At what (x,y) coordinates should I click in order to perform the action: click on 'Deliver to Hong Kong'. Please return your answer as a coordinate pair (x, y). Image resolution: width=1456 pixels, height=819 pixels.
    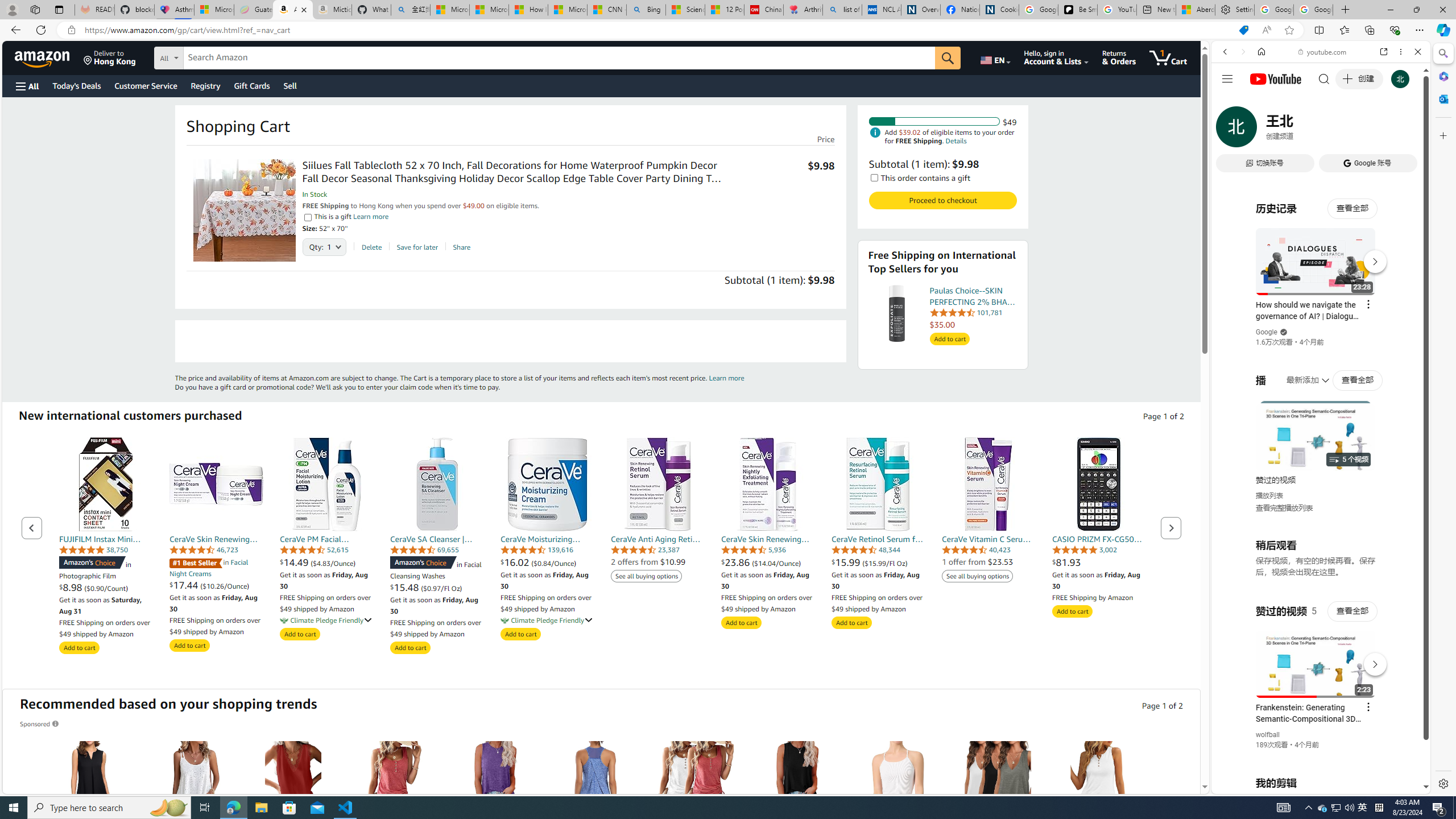
    Looking at the image, I should click on (109, 57).